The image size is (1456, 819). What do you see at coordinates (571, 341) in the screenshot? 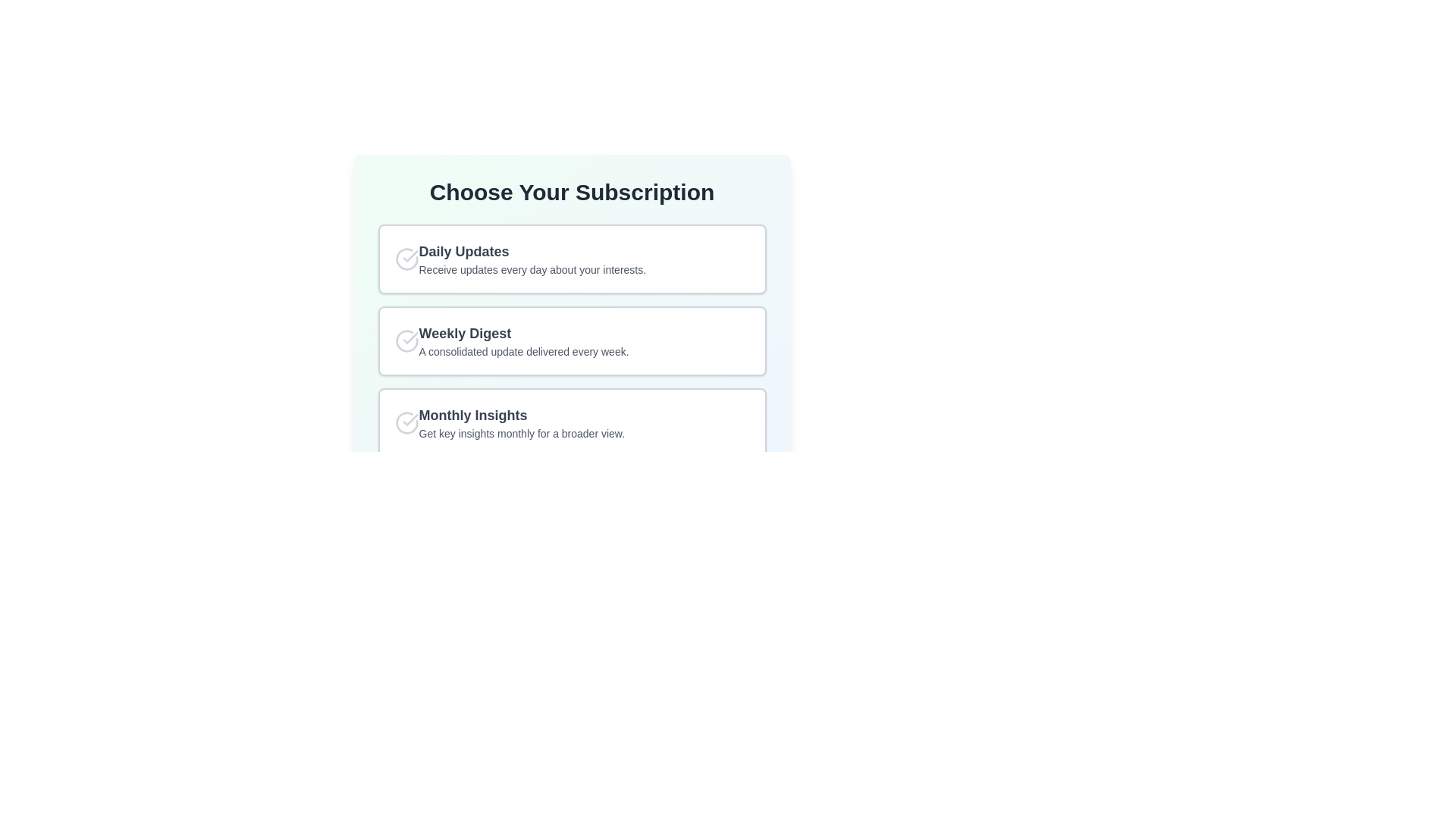
I see `the second interactive card element for weekly digest subscription located centrally in the viewing area` at bounding box center [571, 341].